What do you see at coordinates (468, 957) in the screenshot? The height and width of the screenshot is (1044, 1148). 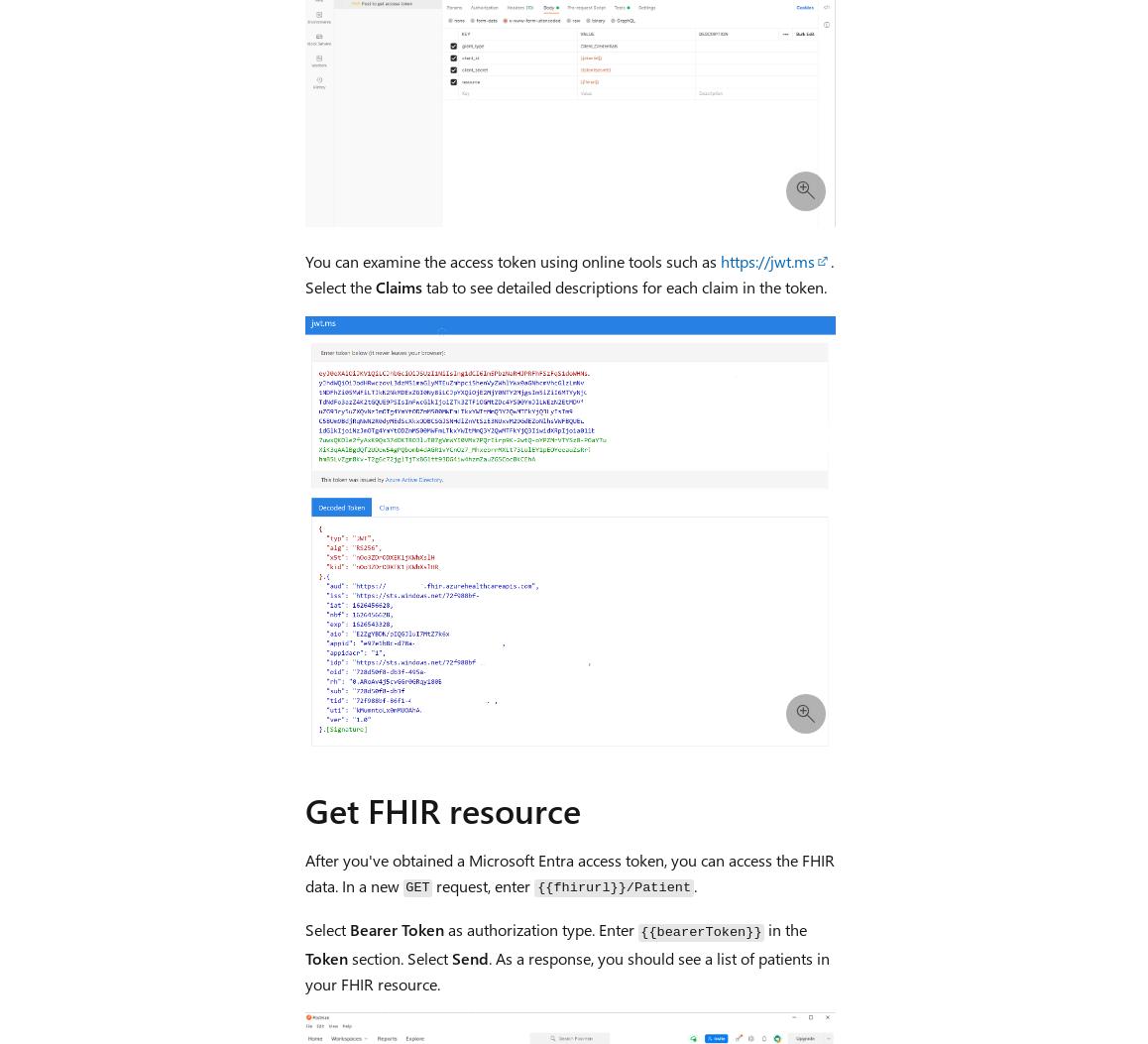 I see `'Send'` at bounding box center [468, 957].